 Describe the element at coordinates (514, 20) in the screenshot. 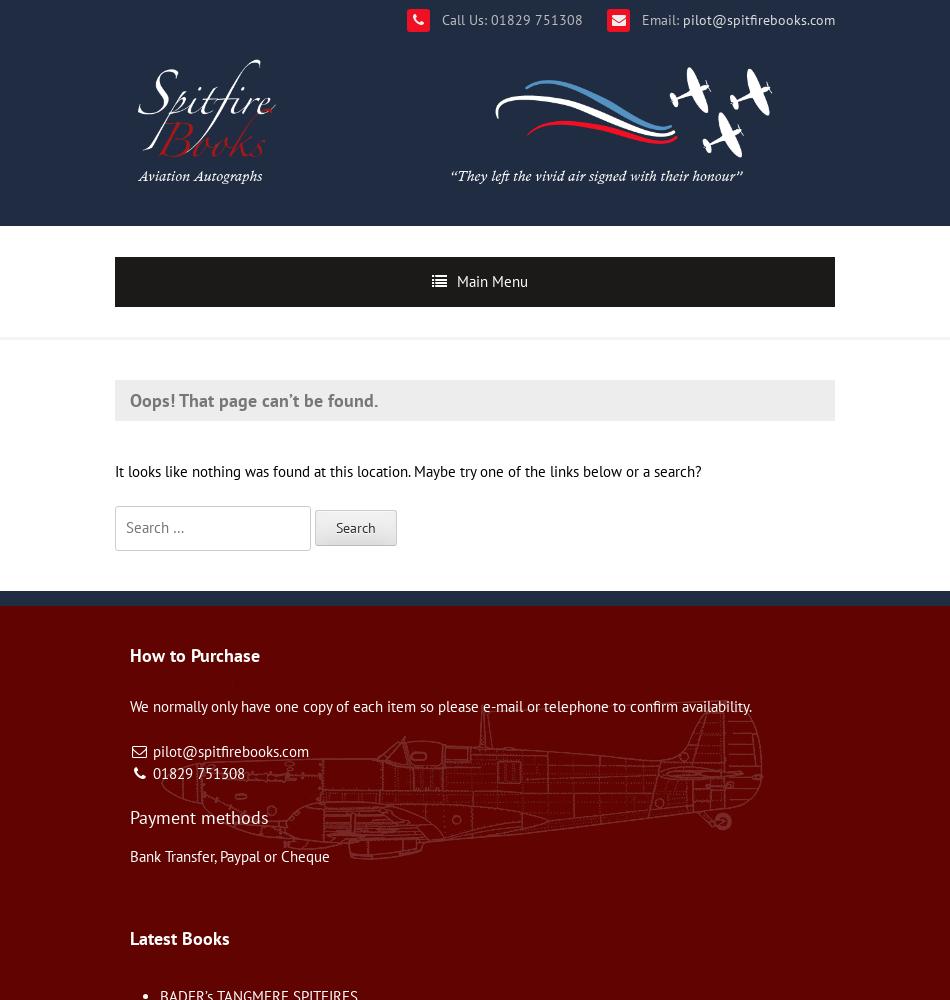

I see `'Call Us: 01829 751308'` at that location.